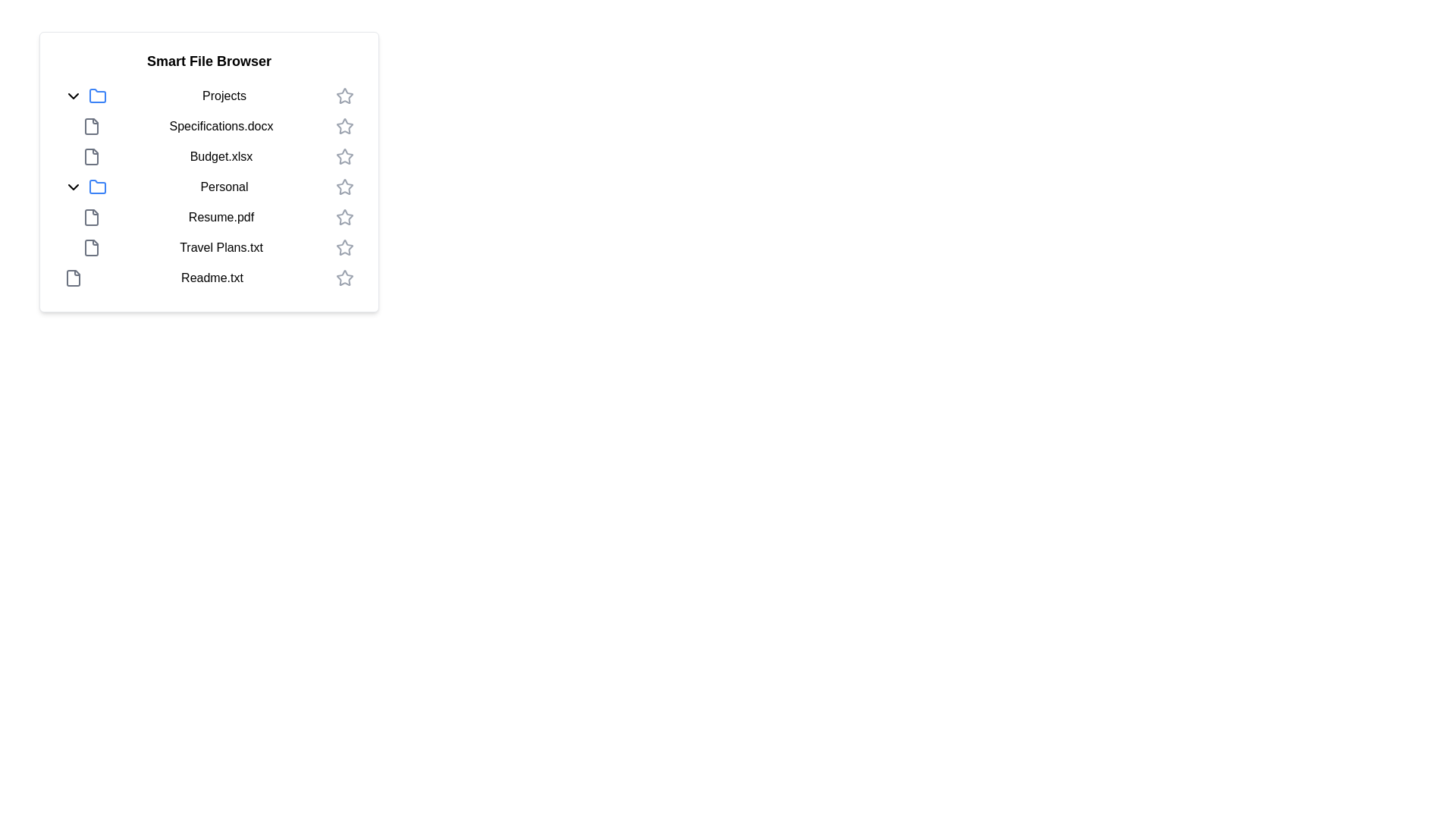  Describe the element at coordinates (208, 61) in the screenshot. I see `the text label located at the top of the section, which indicates the purpose of the file browser interface` at that location.